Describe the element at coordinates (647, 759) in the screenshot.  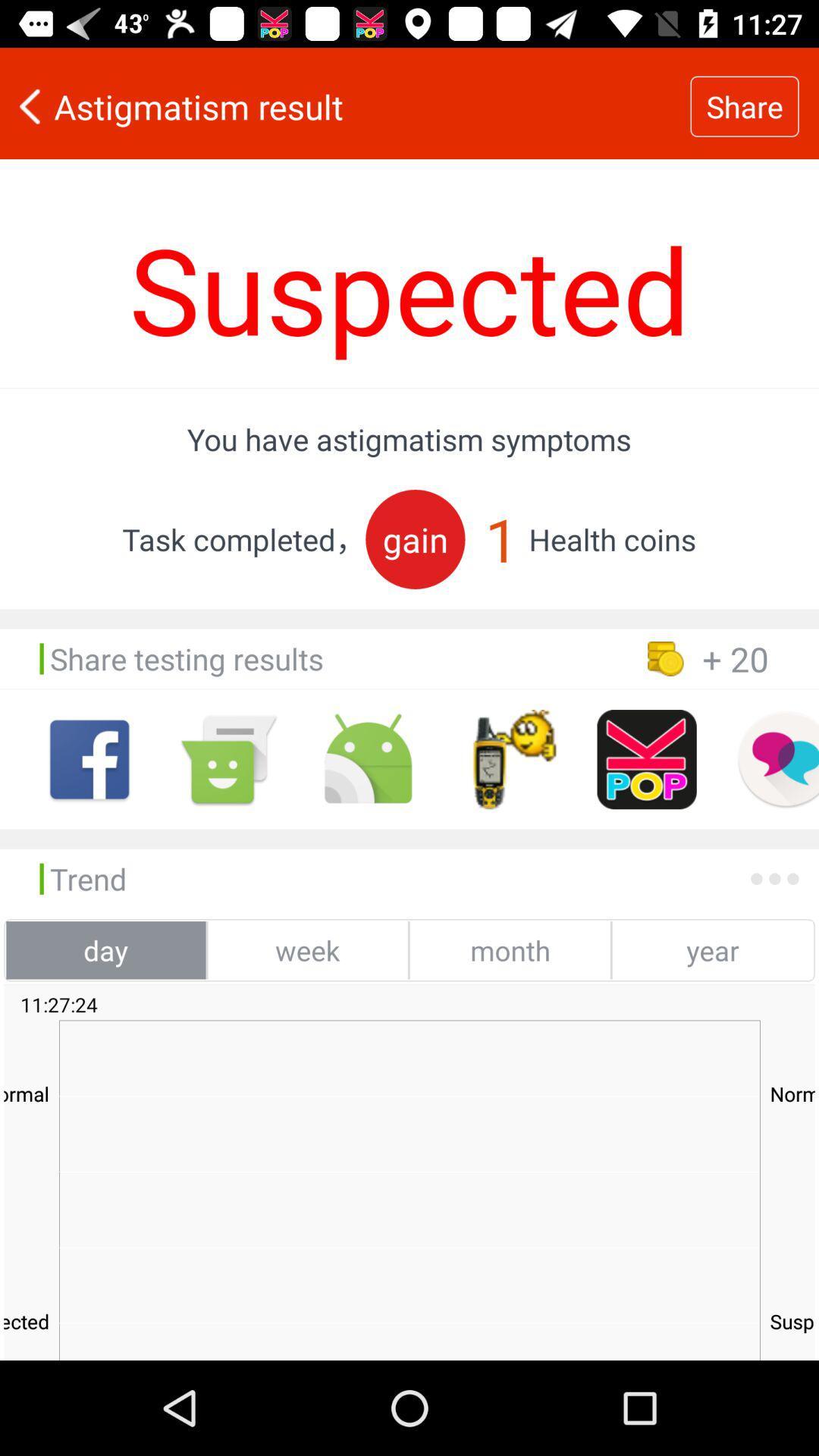
I see `share to kpop` at that location.